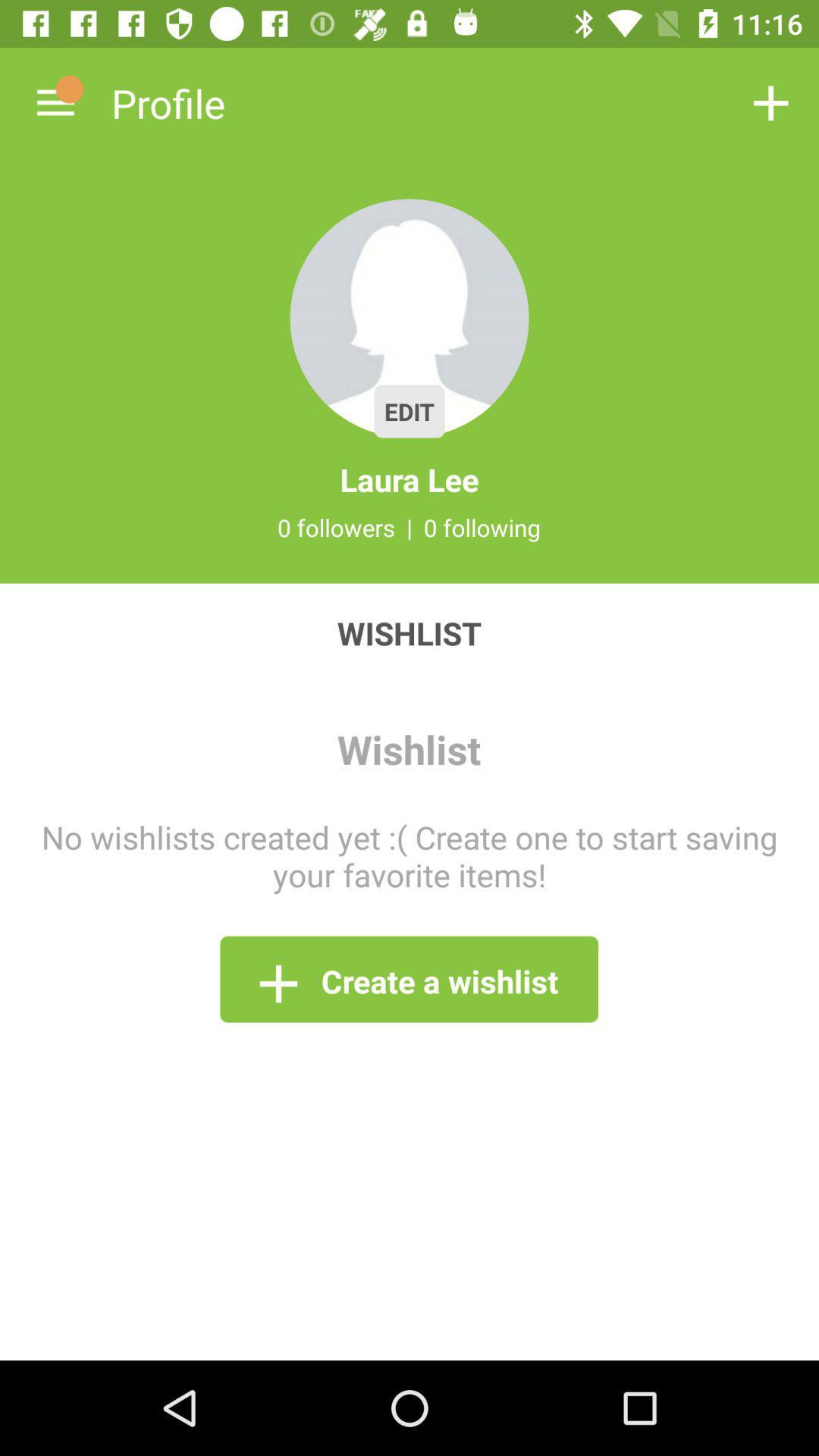  I want to click on the icon above wishlist item, so click(55, 102).